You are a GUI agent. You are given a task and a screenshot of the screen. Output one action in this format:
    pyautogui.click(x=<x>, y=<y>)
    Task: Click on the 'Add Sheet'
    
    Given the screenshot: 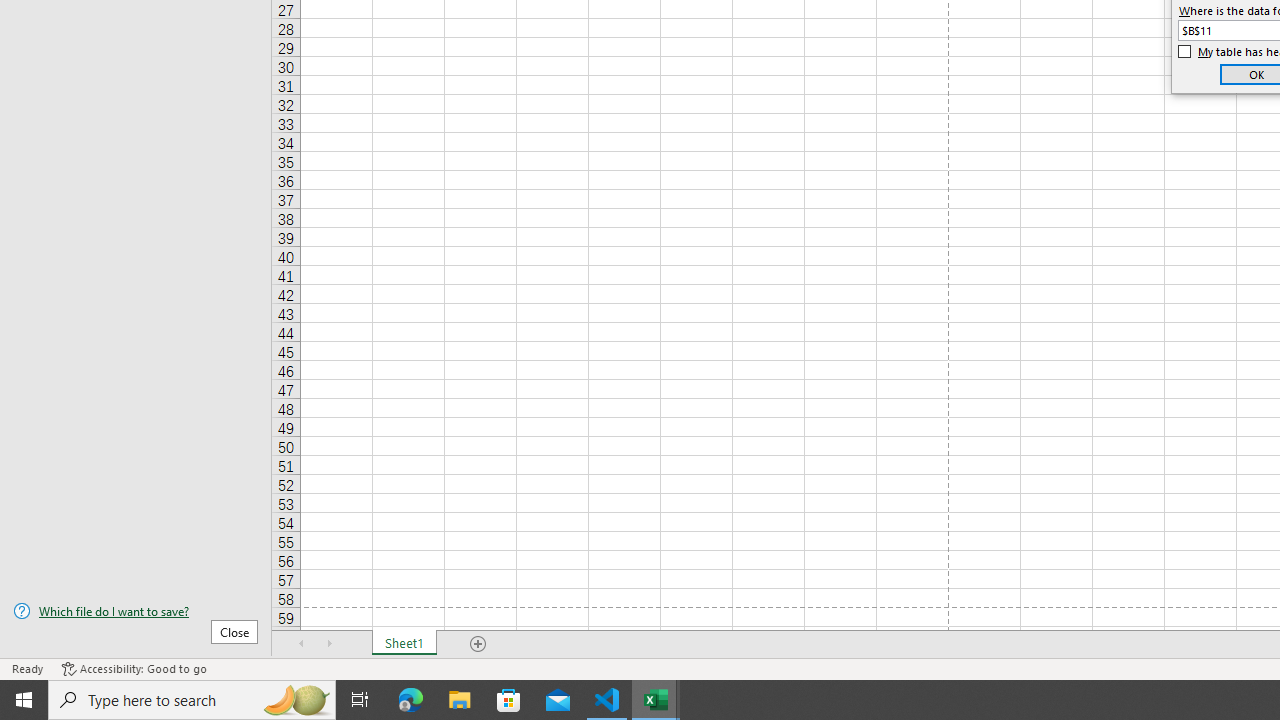 What is the action you would take?
    pyautogui.click(x=477, y=644)
    